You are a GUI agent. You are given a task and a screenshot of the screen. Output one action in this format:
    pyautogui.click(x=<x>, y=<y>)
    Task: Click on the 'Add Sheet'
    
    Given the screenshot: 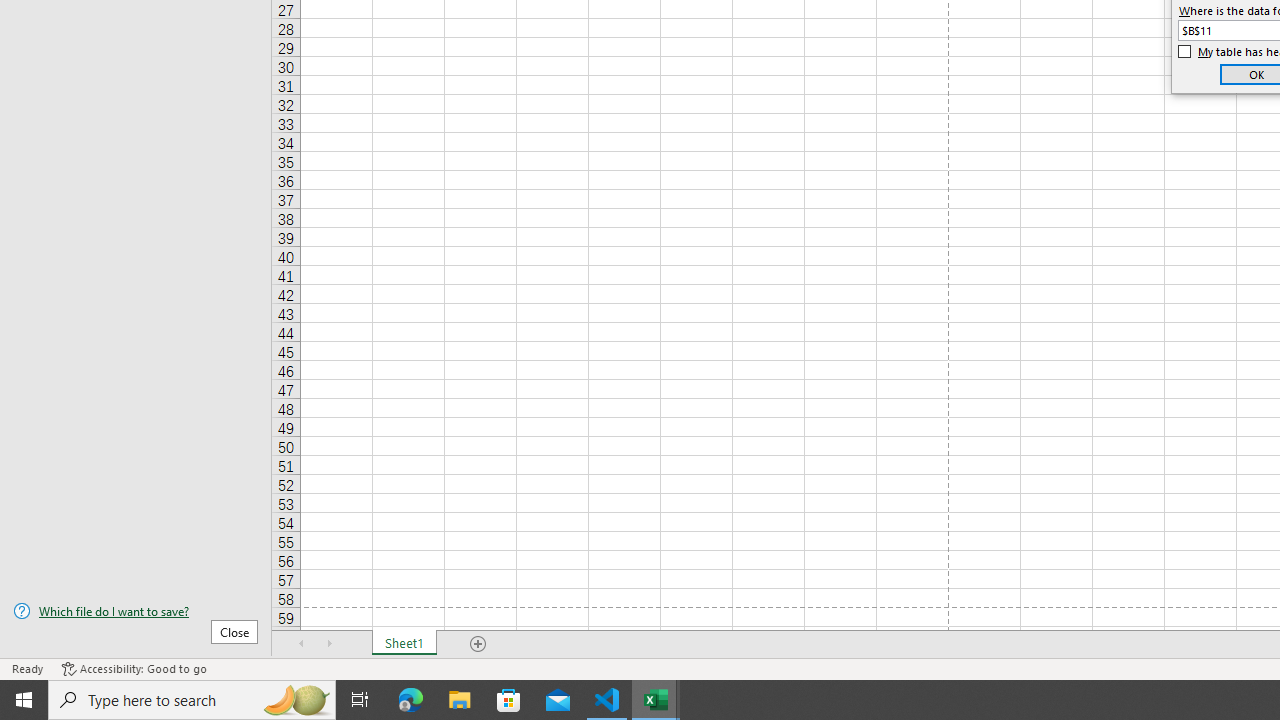 What is the action you would take?
    pyautogui.click(x=477, y=644)
    